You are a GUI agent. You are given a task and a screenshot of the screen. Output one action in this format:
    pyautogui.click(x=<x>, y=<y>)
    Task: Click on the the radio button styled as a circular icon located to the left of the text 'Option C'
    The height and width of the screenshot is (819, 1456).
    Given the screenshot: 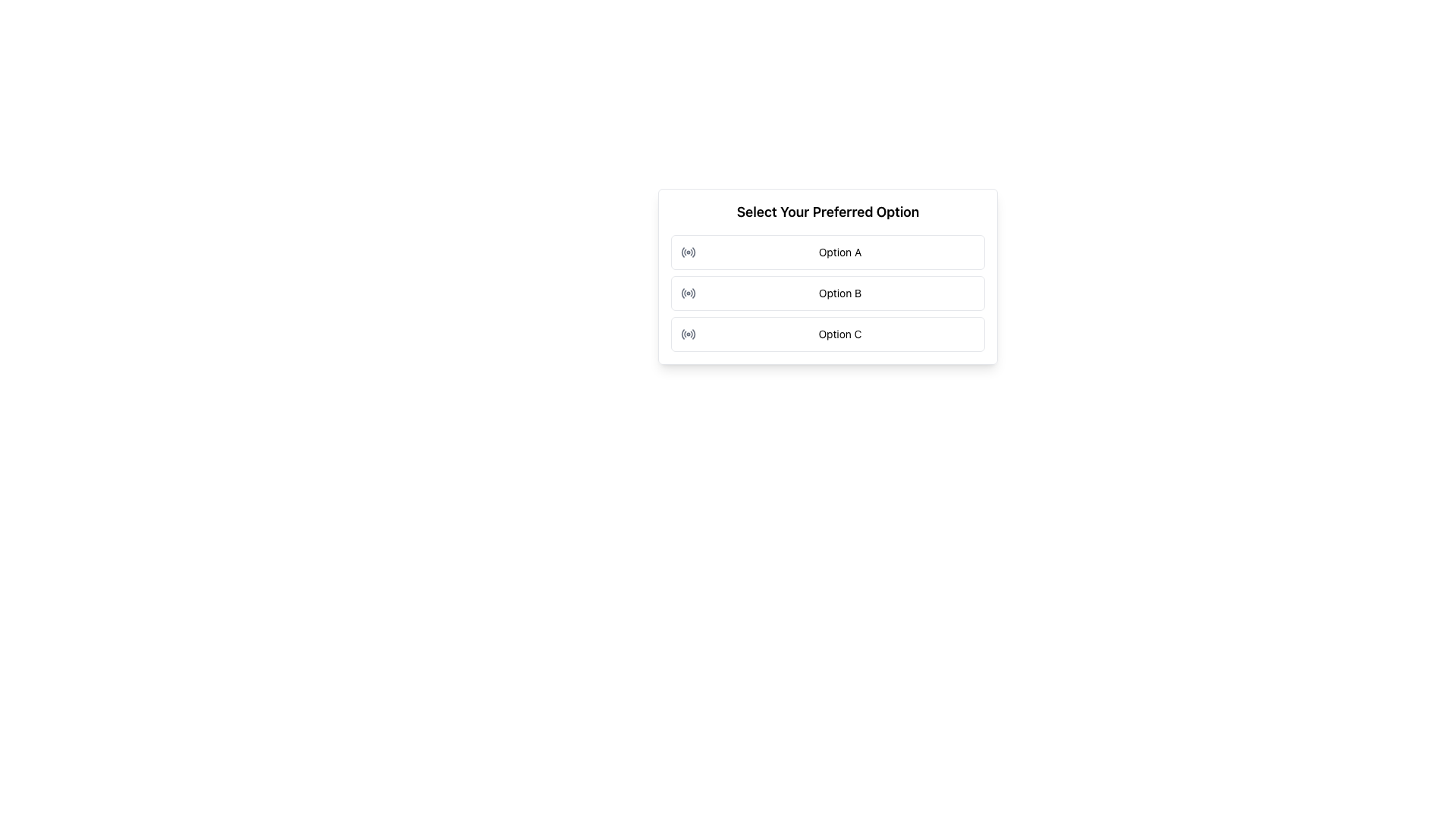 What is the action you would take?
    pyautogui.click(x=687, y=333)
    